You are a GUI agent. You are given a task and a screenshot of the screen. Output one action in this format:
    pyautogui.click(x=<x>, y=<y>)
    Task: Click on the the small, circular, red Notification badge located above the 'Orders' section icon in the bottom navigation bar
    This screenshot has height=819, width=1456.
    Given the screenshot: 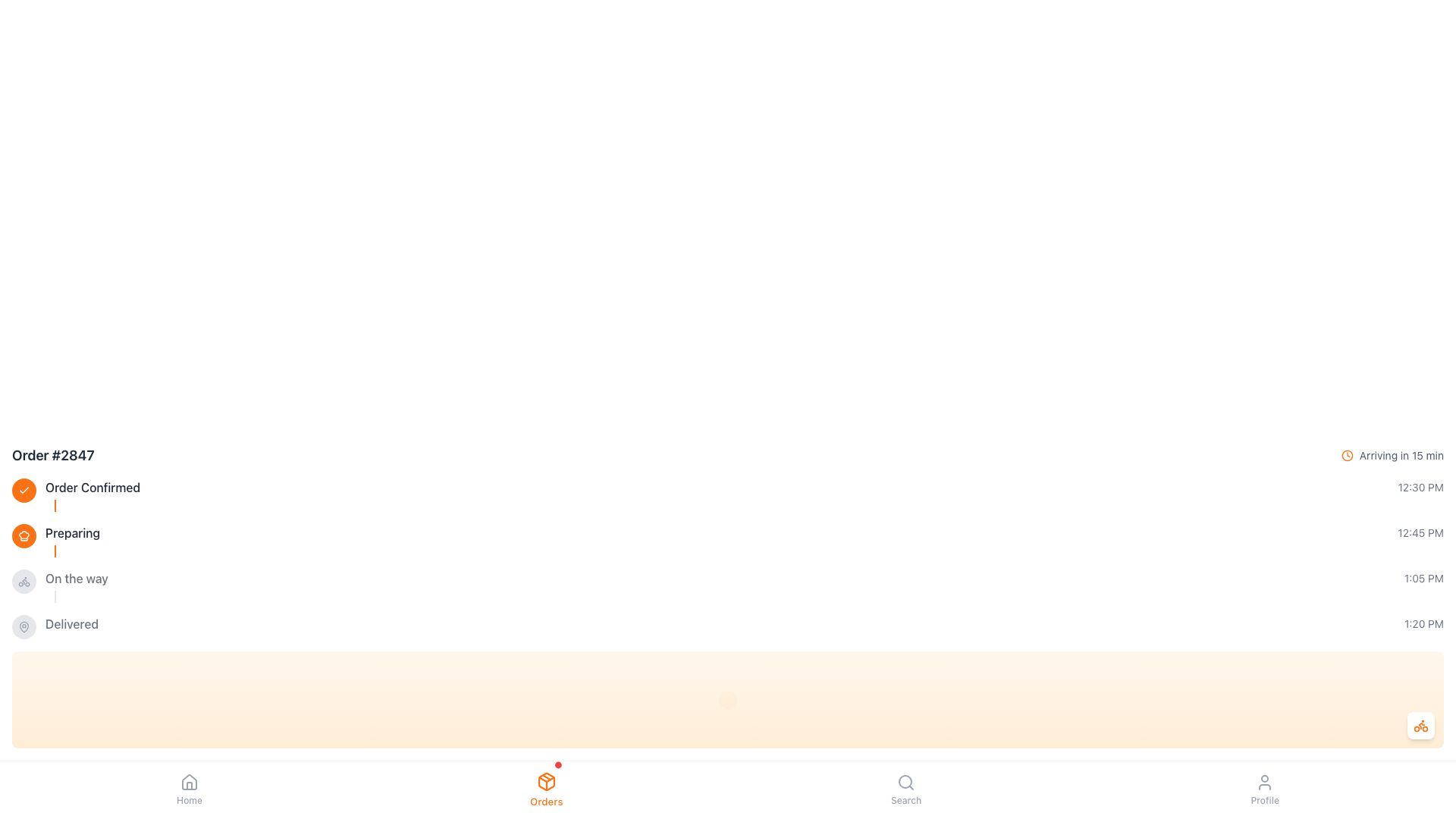 What is the action you would take?
    pyautogui.click(x=557, y=765)
    